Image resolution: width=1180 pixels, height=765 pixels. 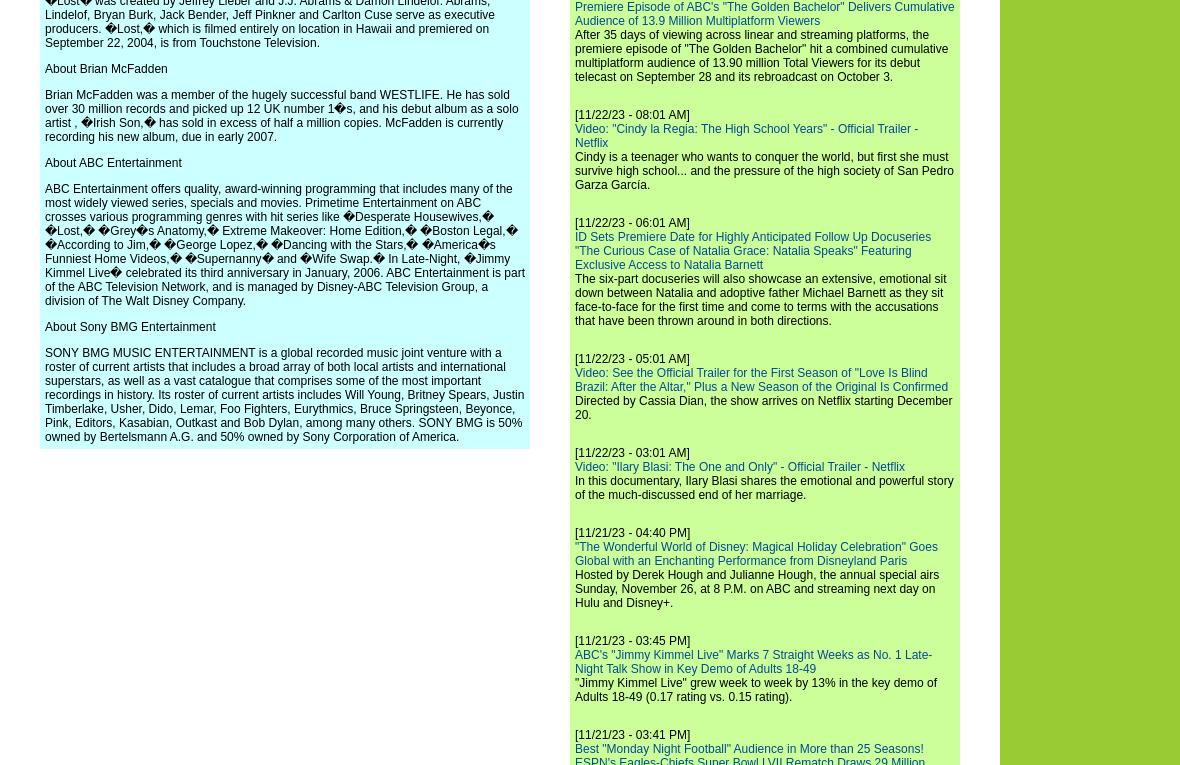 What do you see at coordinates (756, 689) in the screenshot?
I see `'"Jimmy Kimmel Live" grew week to week by 13% in the key demo of Adults 18-49 (0.17 rating vs. 0.15 rating).'` at bounding box center [756, 689].